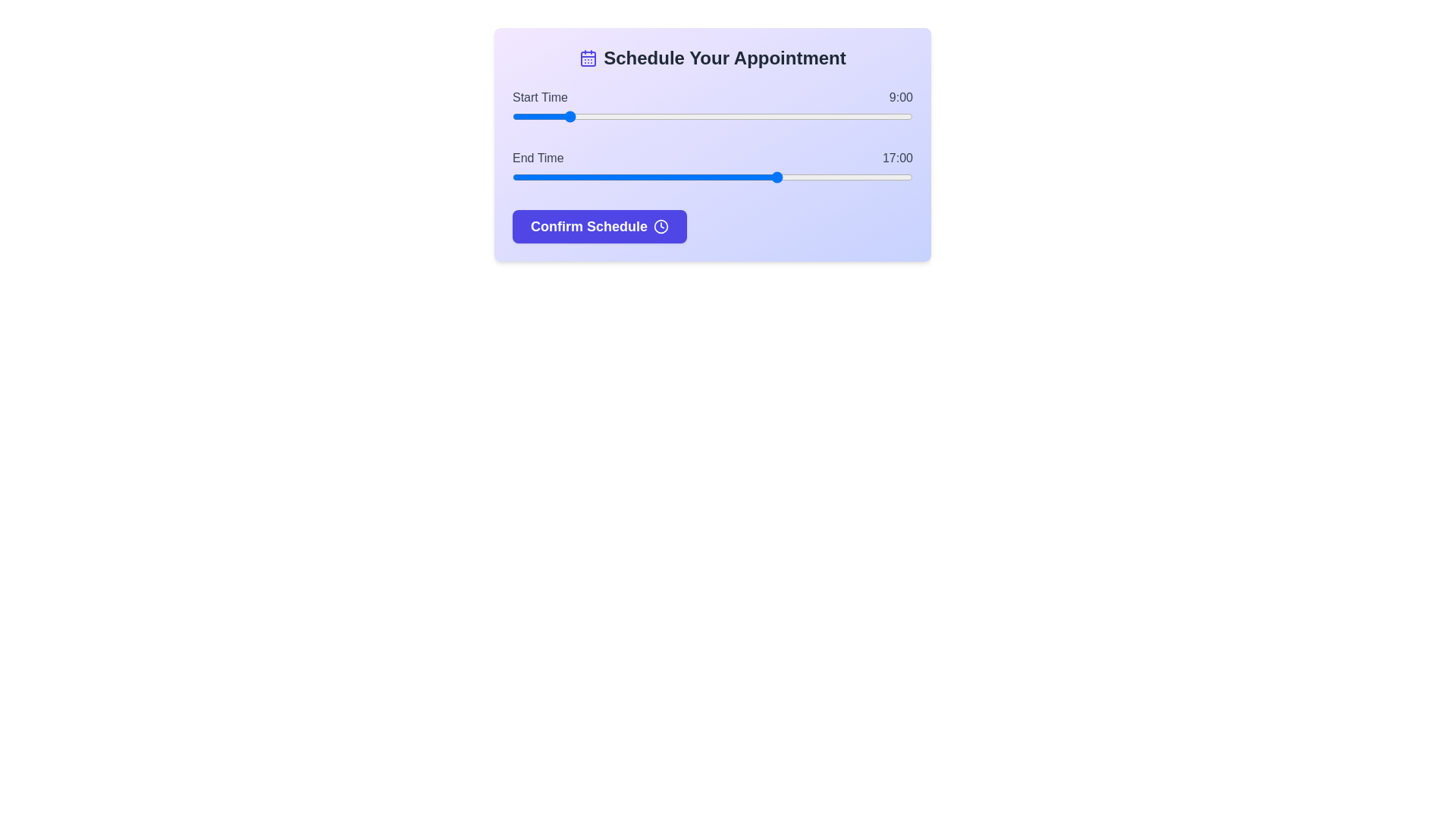 Image resolution: width=1456 pixels, height=819 pixels. What do you see at coordinates (513, 177) in the screenshot?
I see `the end time slider to 7 hours` at bounding box center [513, 177].